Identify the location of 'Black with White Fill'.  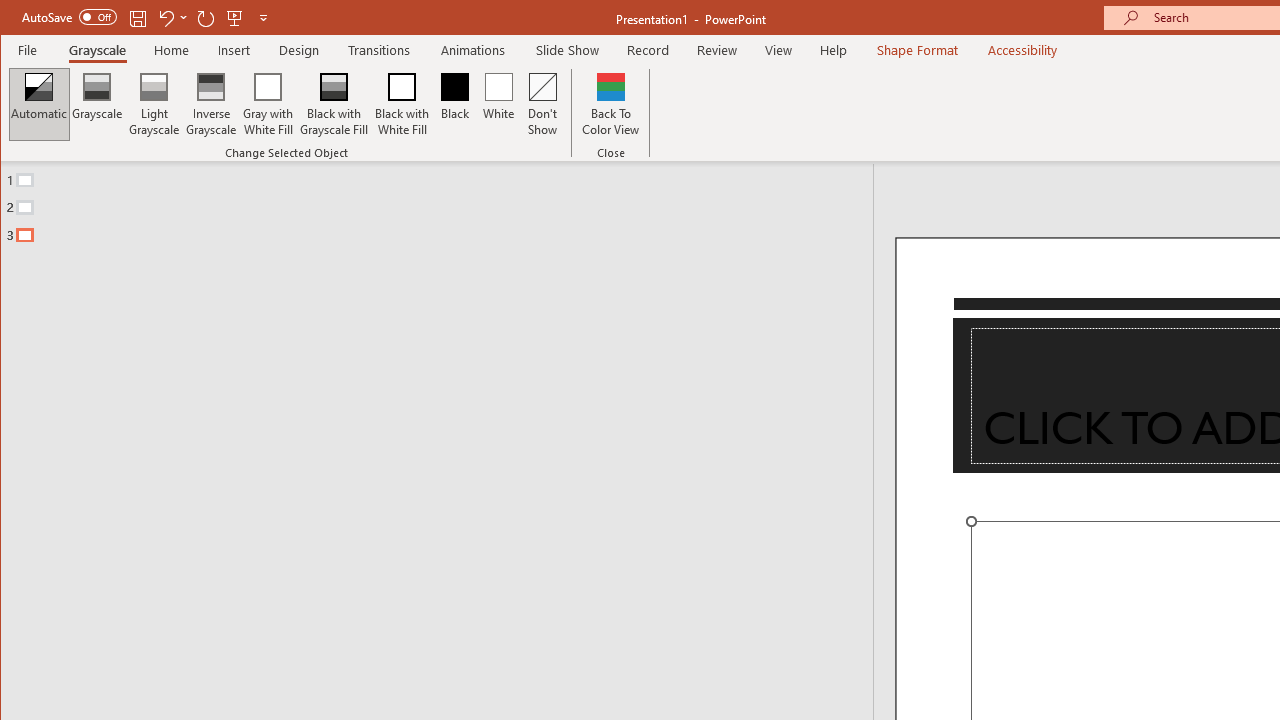
(401, 104).